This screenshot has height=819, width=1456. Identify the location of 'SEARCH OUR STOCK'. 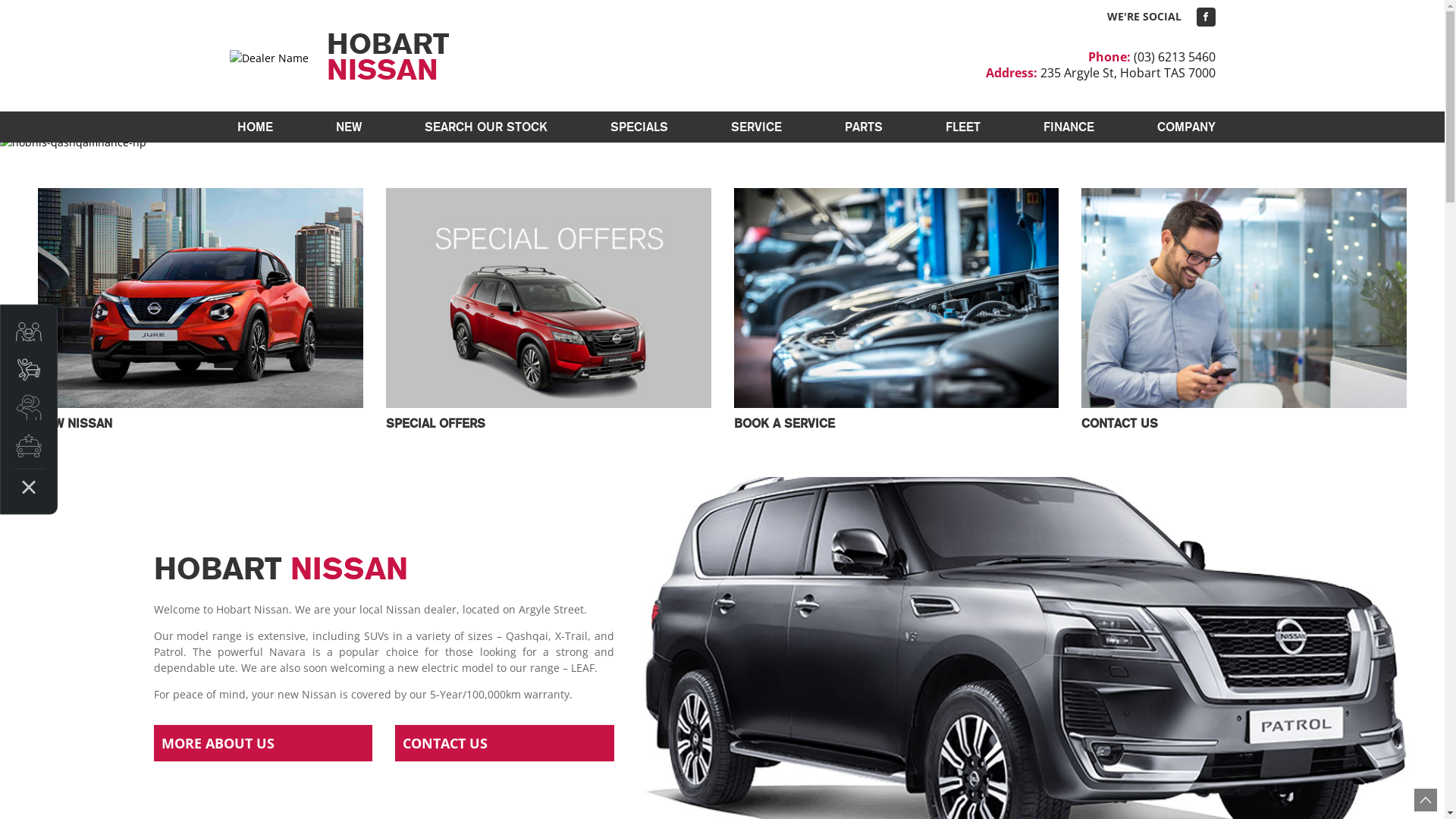
(486, 126).